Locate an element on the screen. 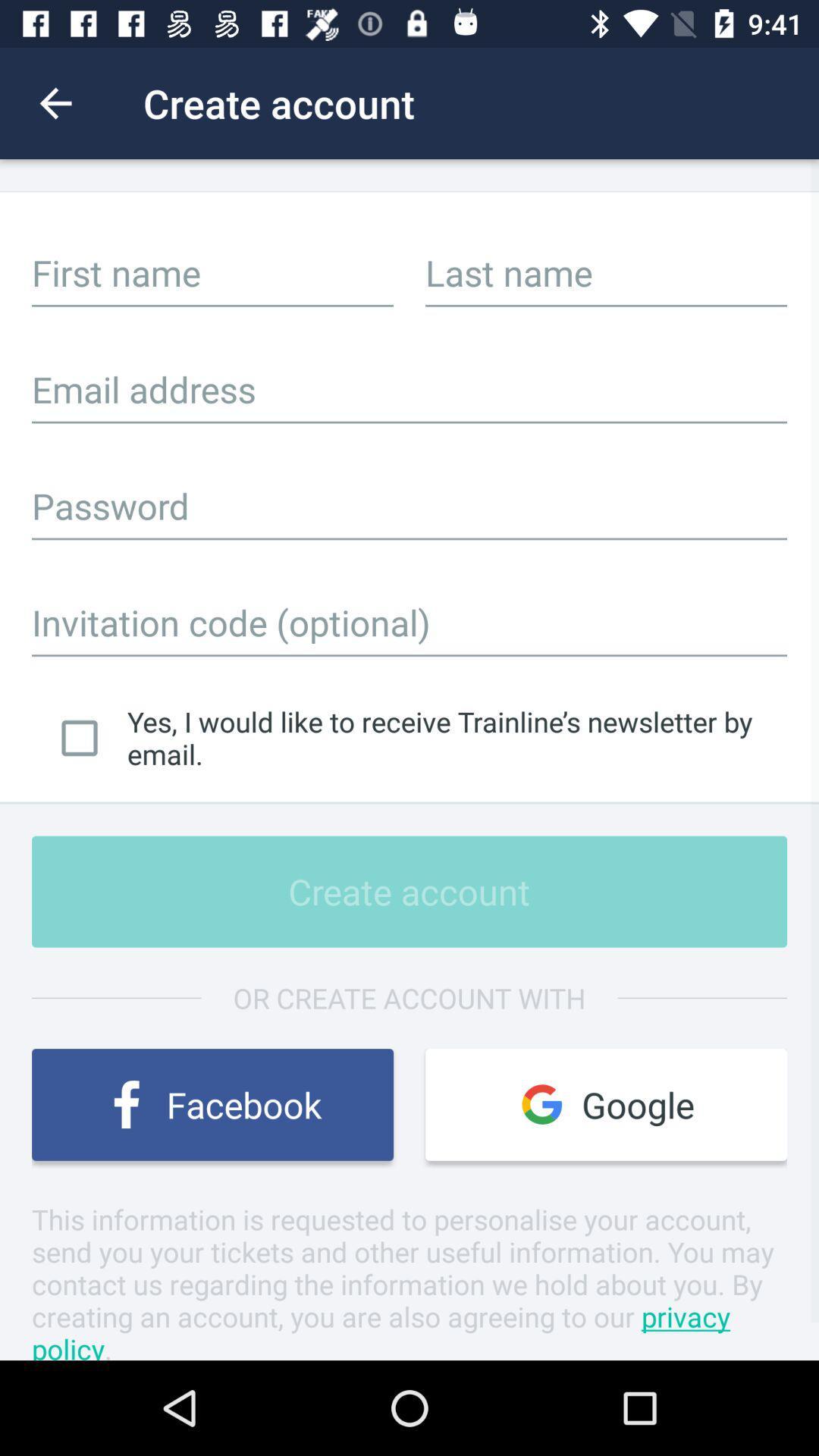 The height and width of the screenshot is (1456, 819). first name is located at coordinates (212, 272).